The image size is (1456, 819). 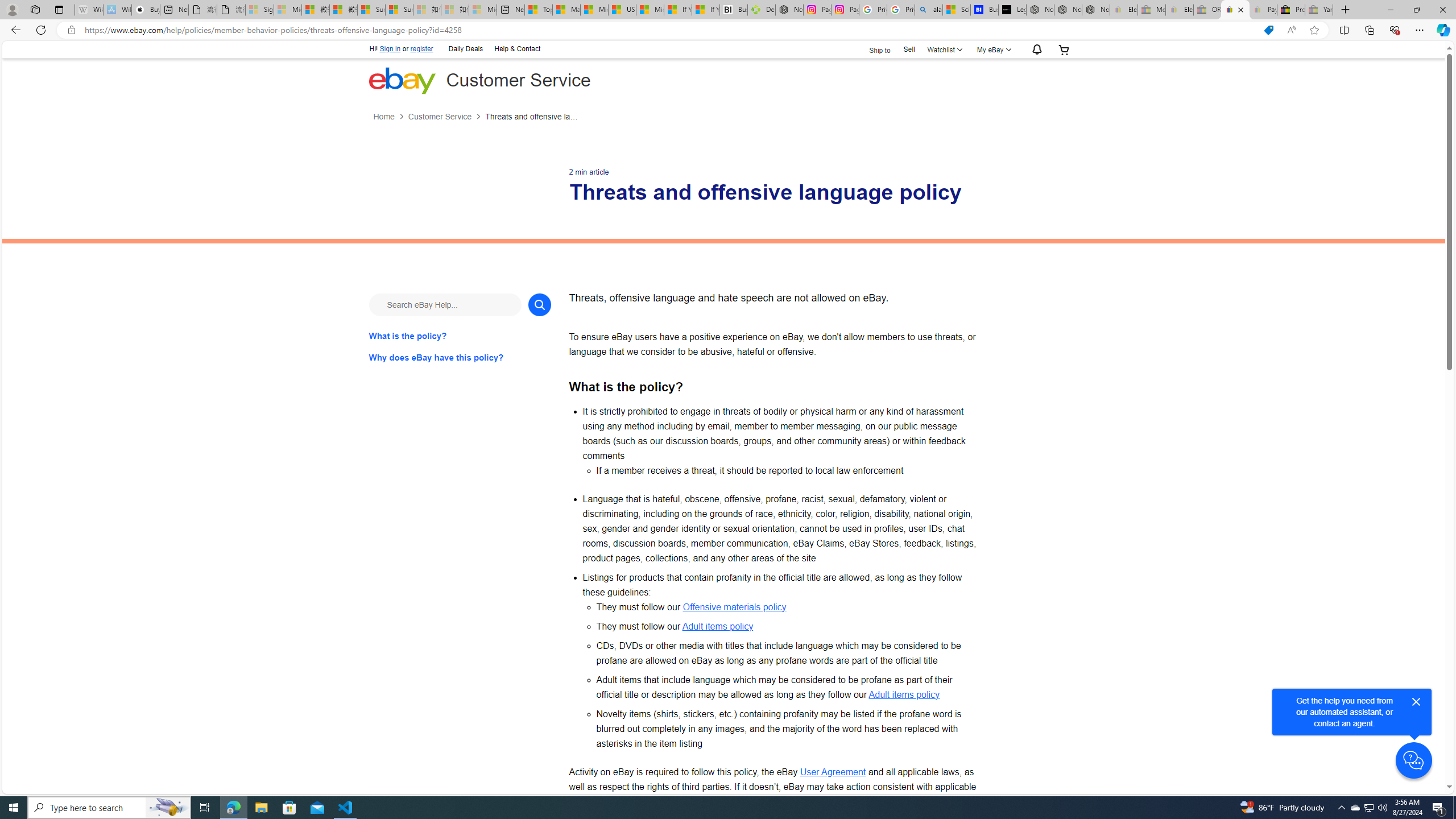 What do you see at coordinates (1291, 9) in the screenshot?
I see `'Press Room - eBay Inc.'` at bounding box center [1291, 9].